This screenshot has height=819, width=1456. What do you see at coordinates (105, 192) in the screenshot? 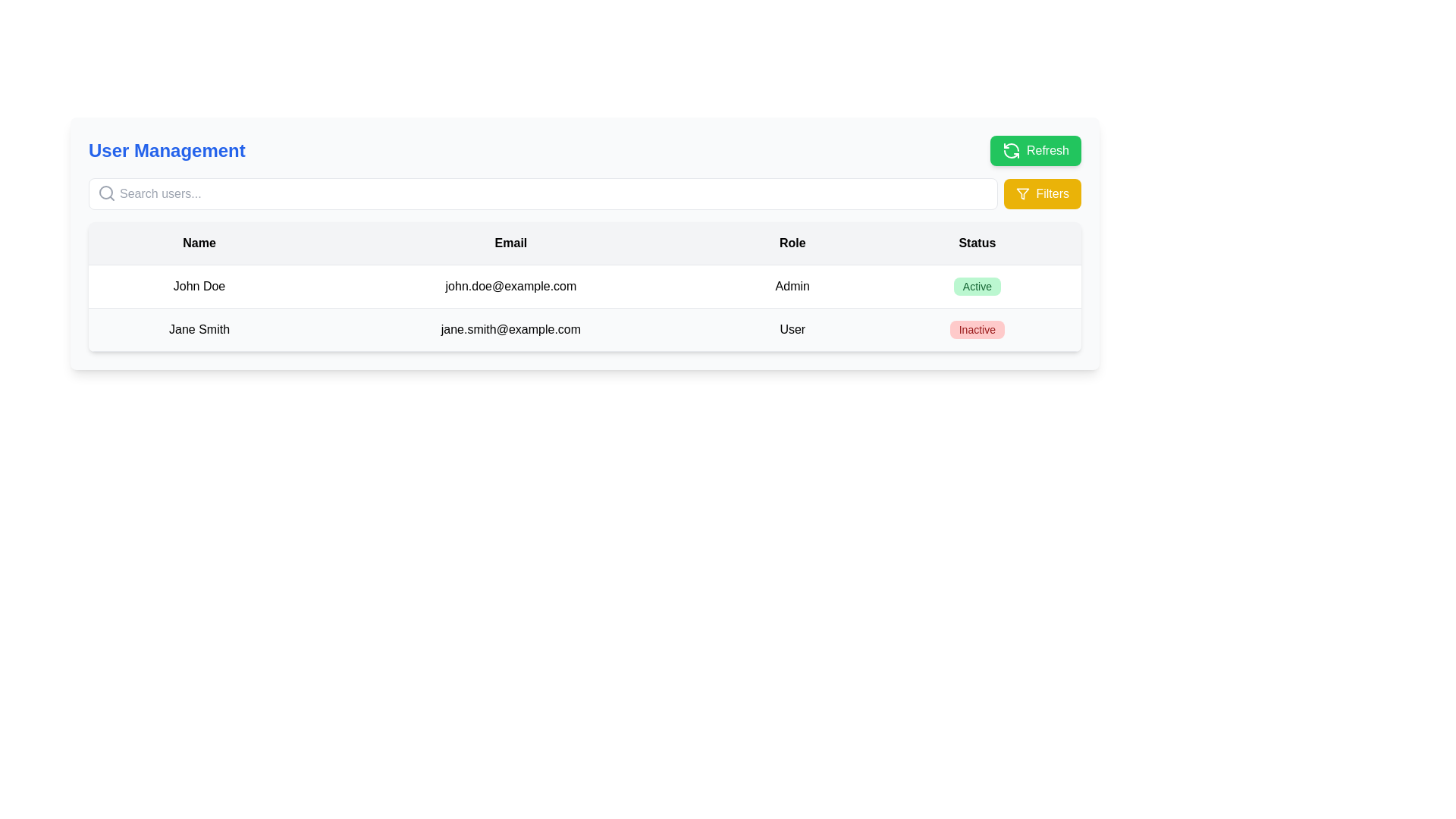
I see `the magnifying glass icon which is a small outline design located on the left side of the search input field, preceding the placeholder text 'Search users...'` at bounding box center [105, 192].